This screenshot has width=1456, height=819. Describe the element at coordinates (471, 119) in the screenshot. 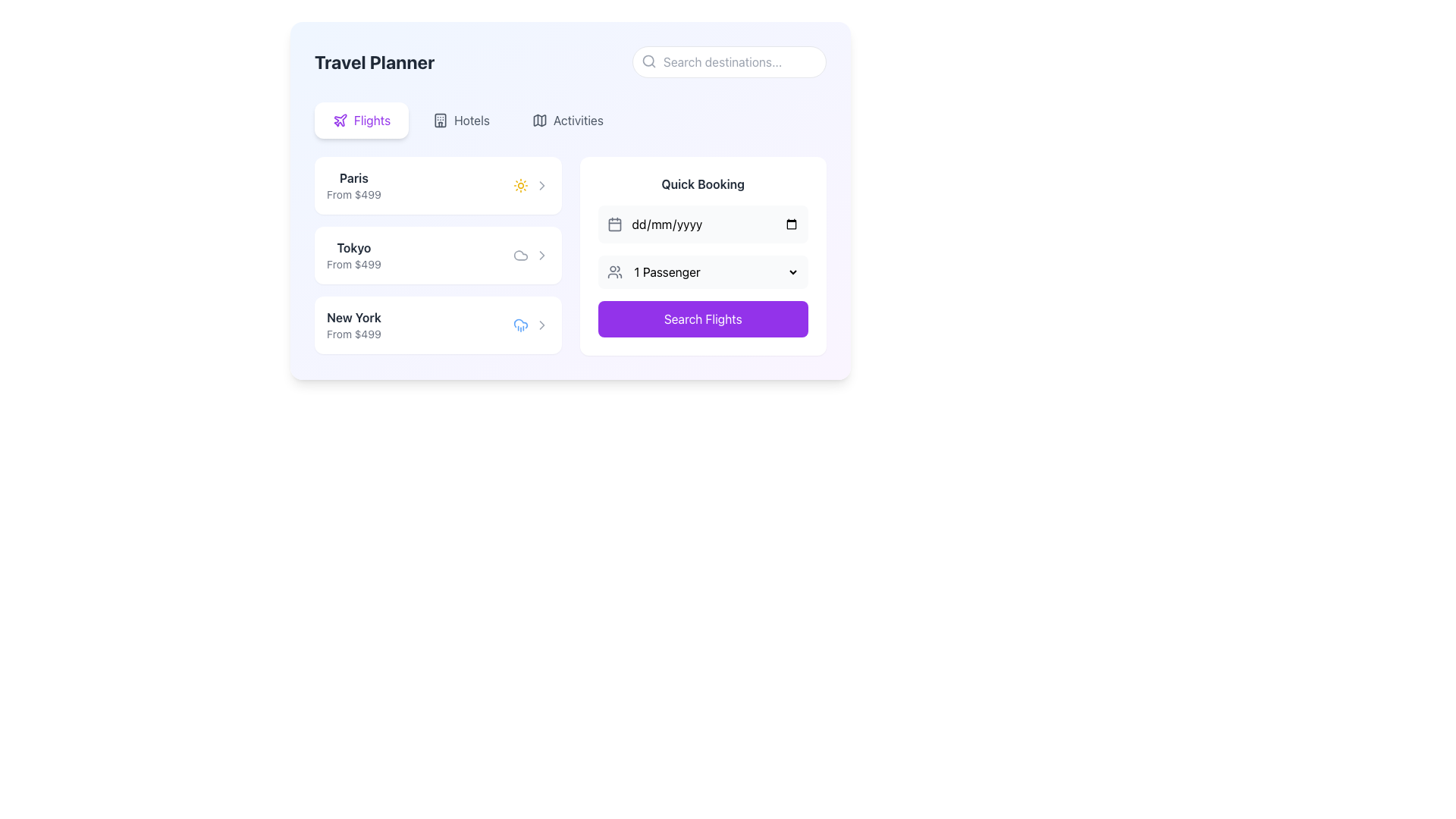

I see `the text label 'Hotels' in the navigation bar` at that location.